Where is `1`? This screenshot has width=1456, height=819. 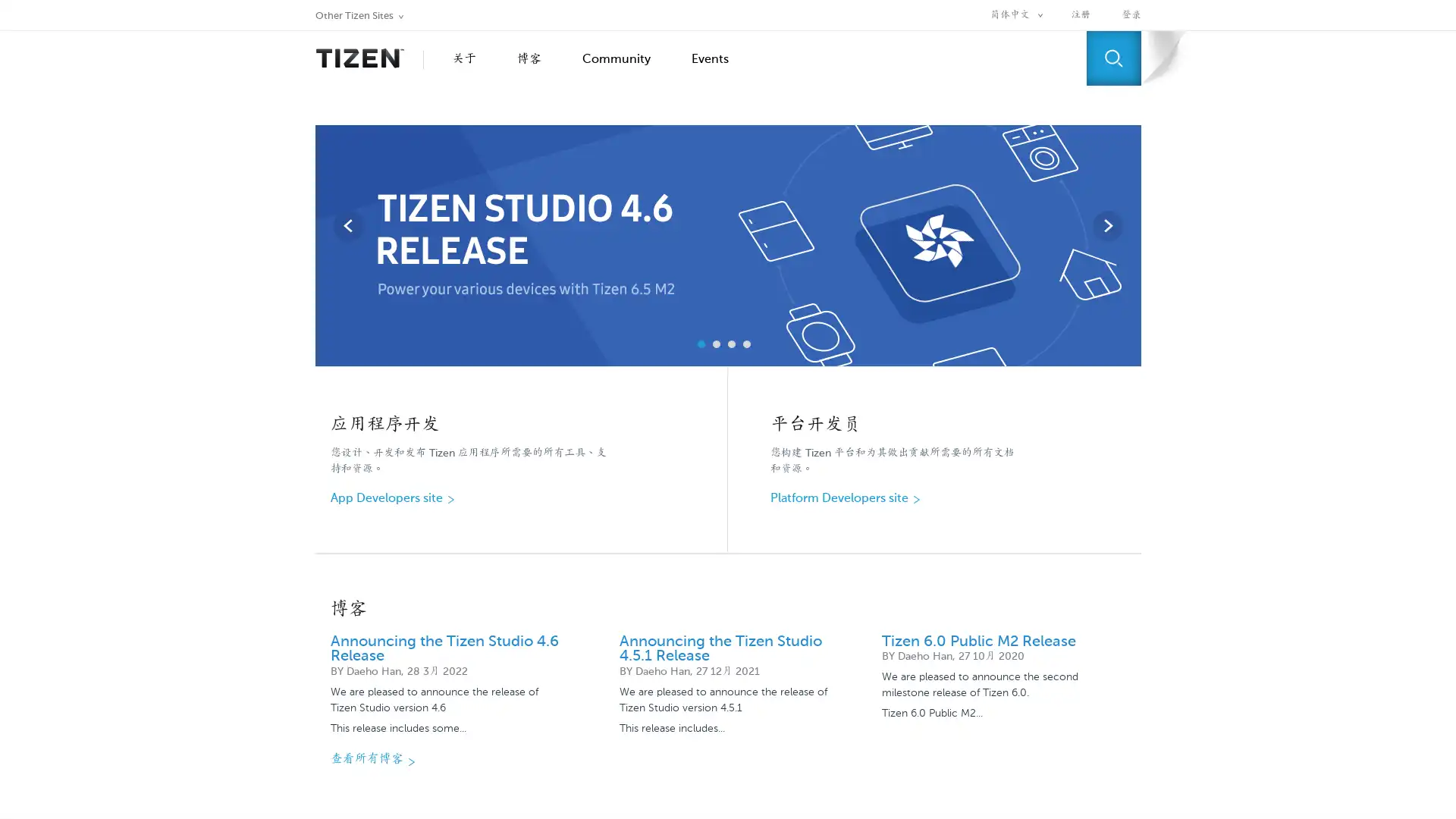 1 is located at coordinates (701, 344).